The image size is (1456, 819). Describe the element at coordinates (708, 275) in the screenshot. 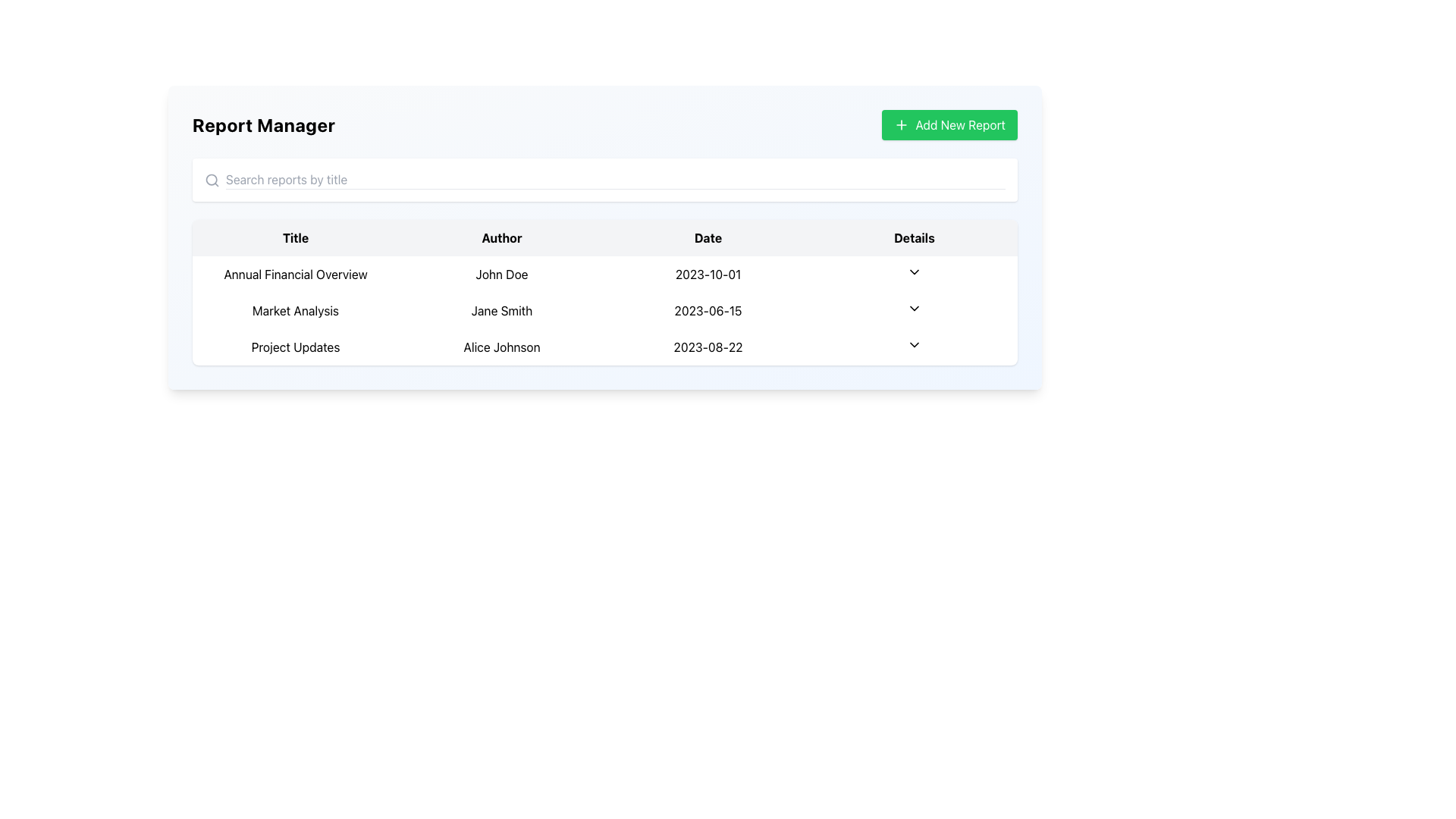

I see `the static text displaying the date` at that location.